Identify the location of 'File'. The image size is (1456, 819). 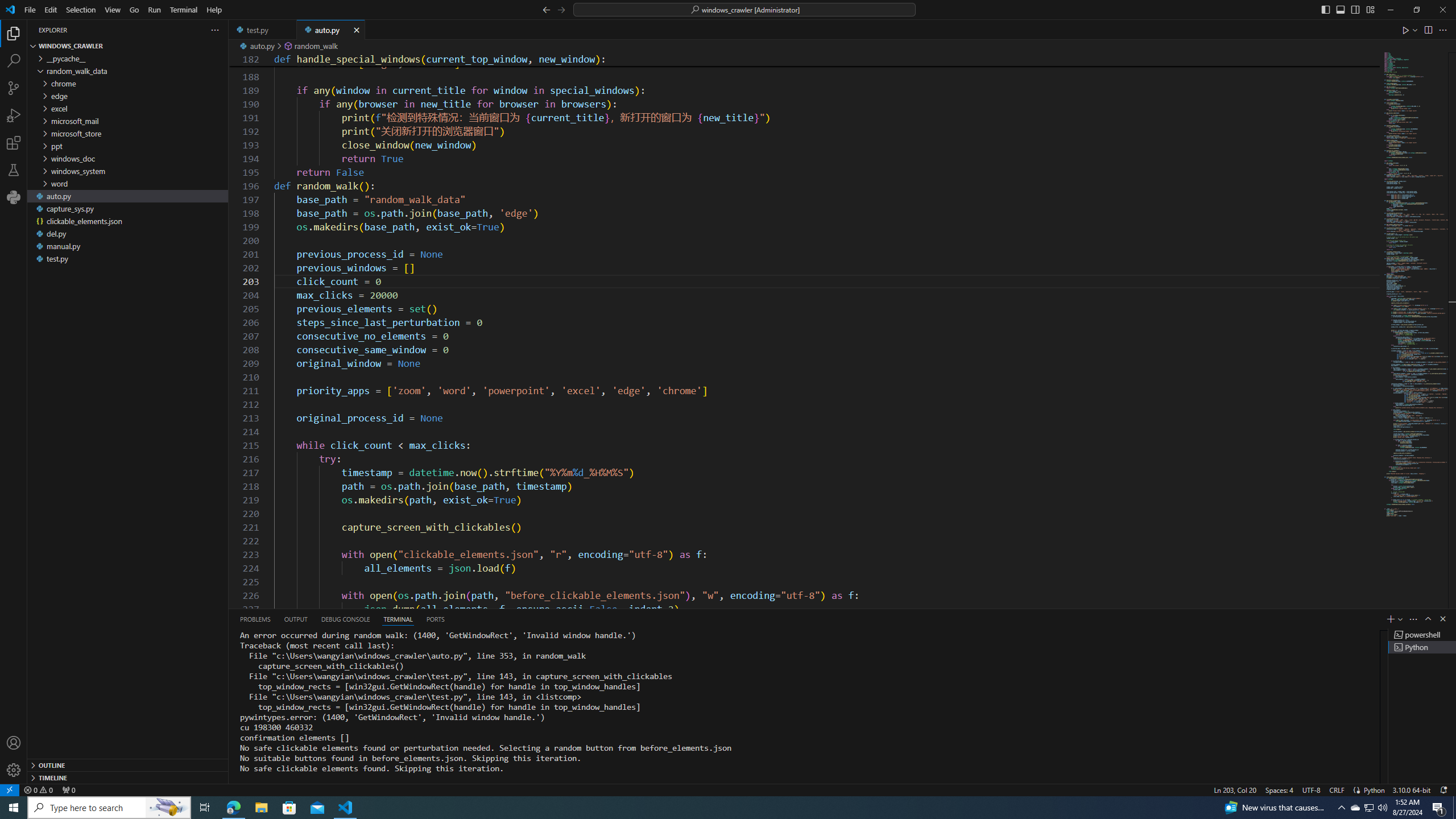
(30, 9).